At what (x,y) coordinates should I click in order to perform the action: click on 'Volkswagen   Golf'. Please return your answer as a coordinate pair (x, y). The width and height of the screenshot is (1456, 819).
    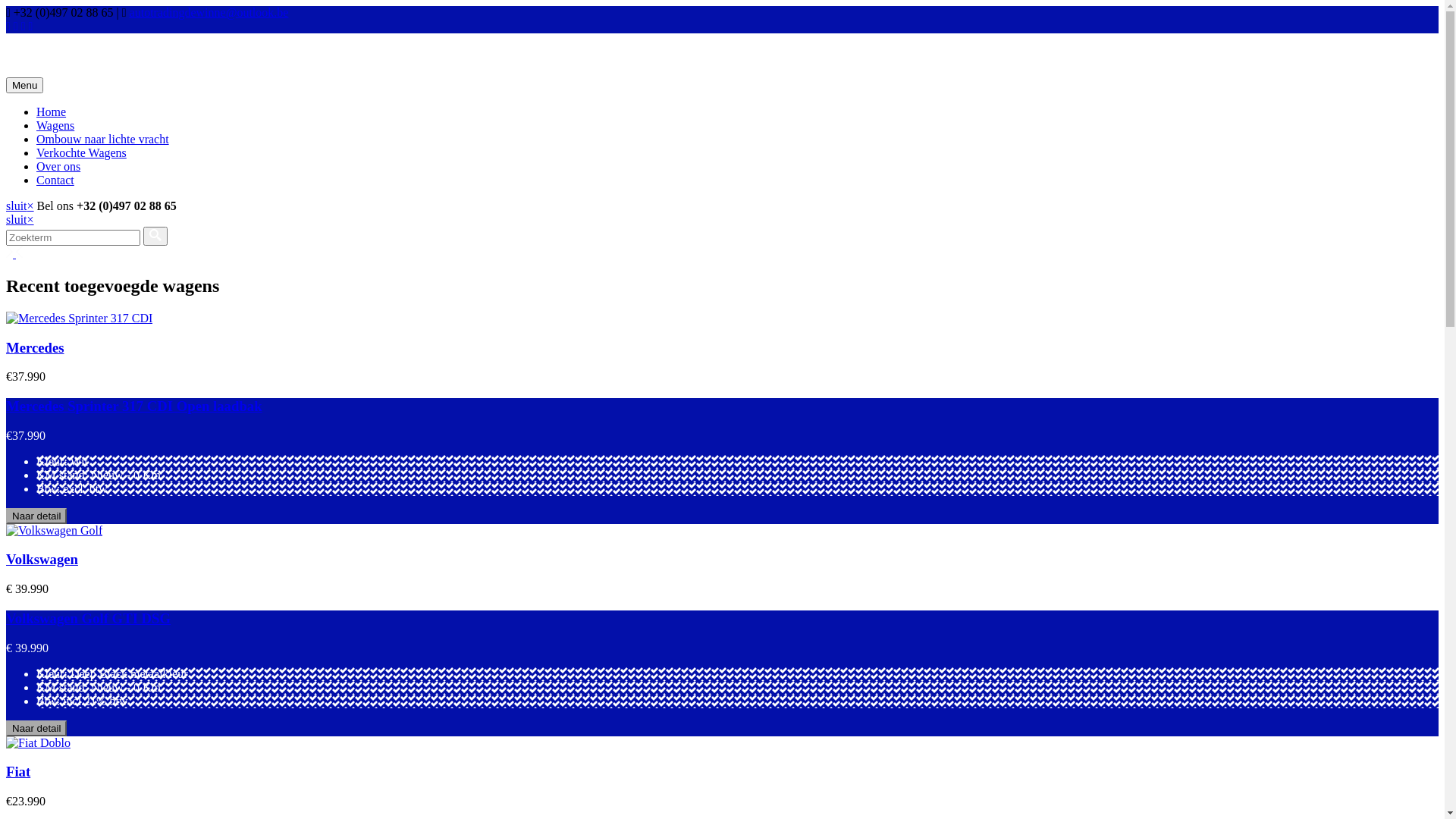
    Looking at the image, I should click on (6, 529).